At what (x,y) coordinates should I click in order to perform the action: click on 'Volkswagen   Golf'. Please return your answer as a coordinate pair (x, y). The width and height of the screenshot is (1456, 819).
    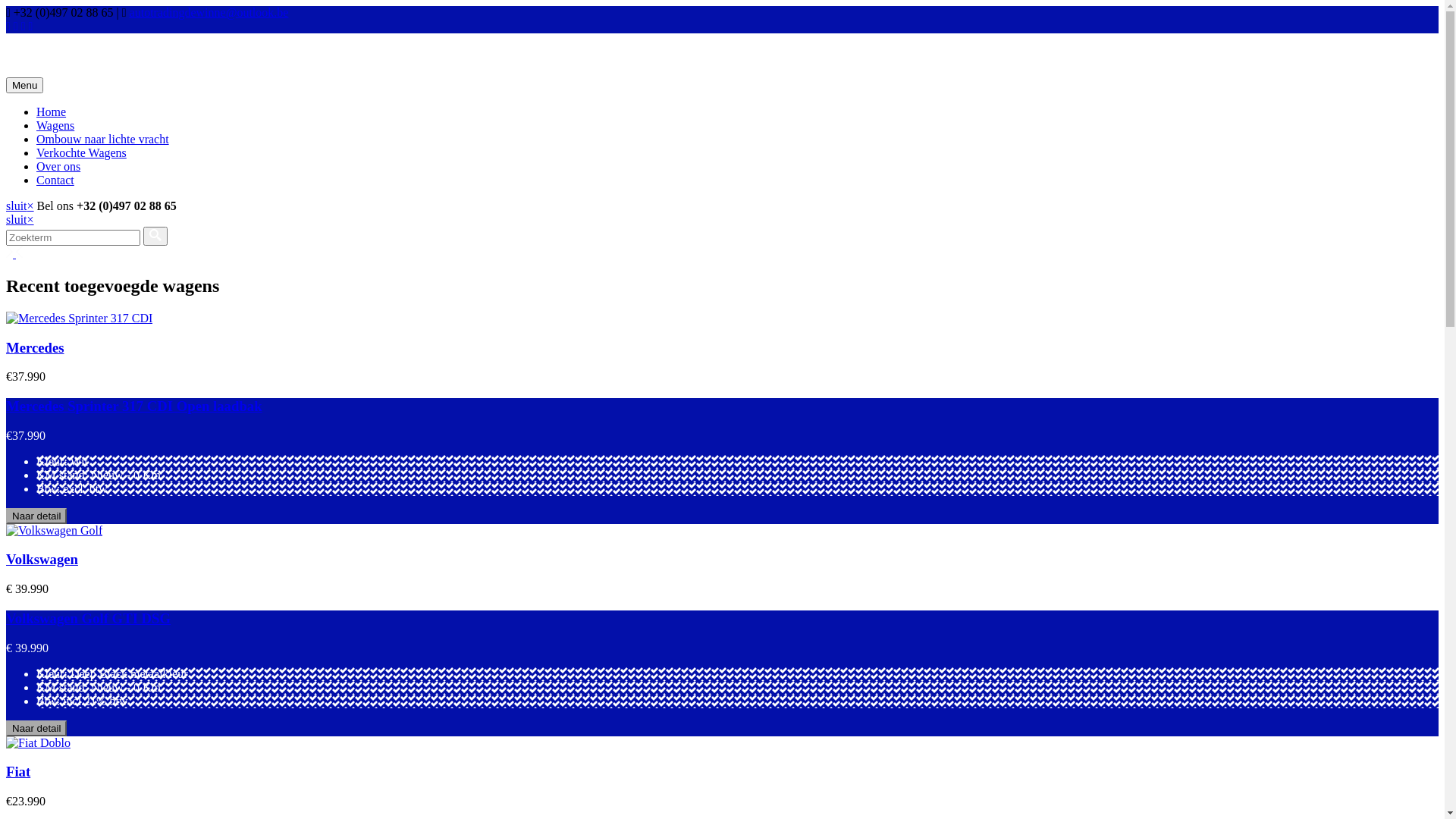
    Looking at the image, I should click on (6, 529).